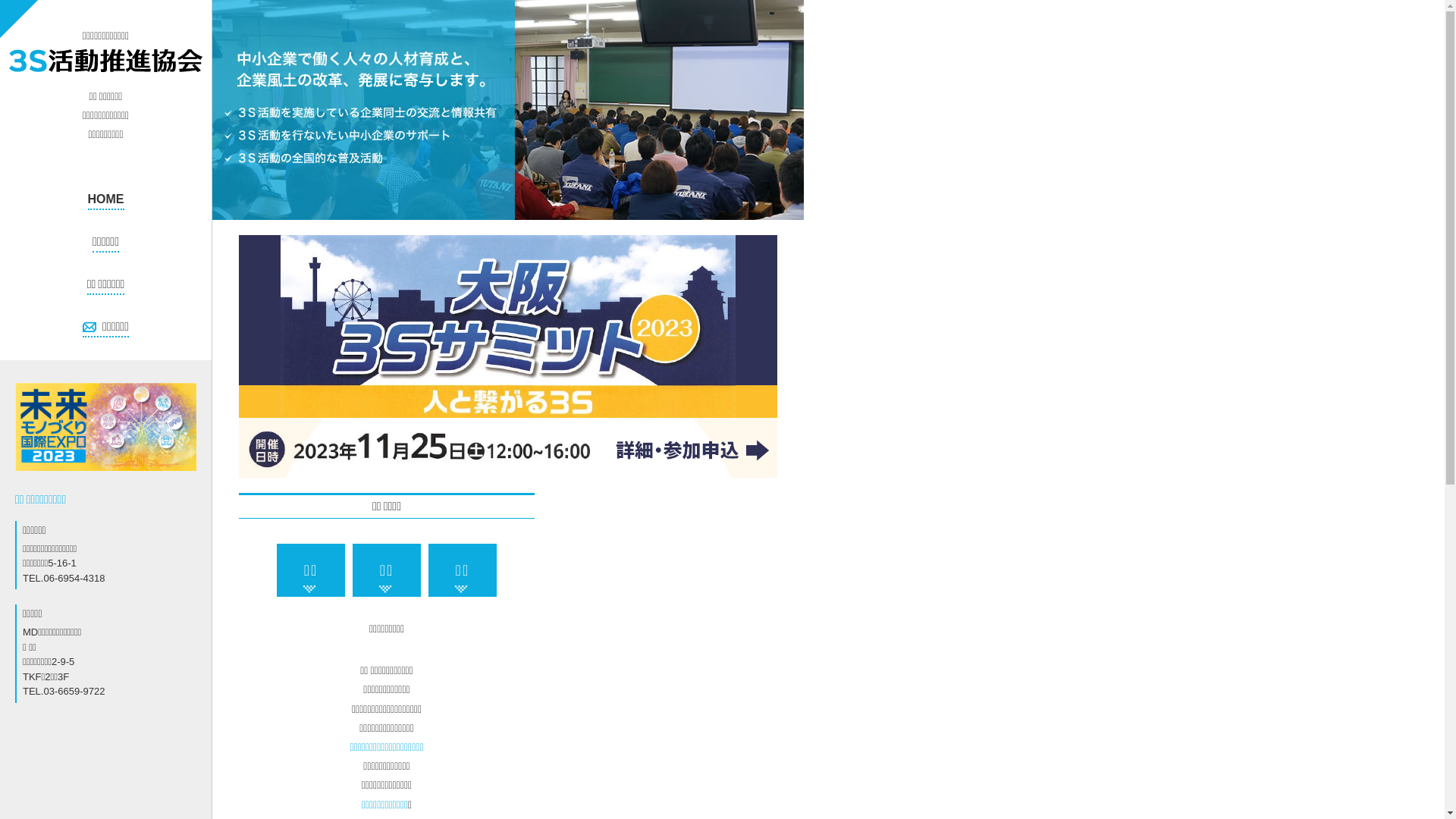  I want to click on 'HOME', so click(105, 199).